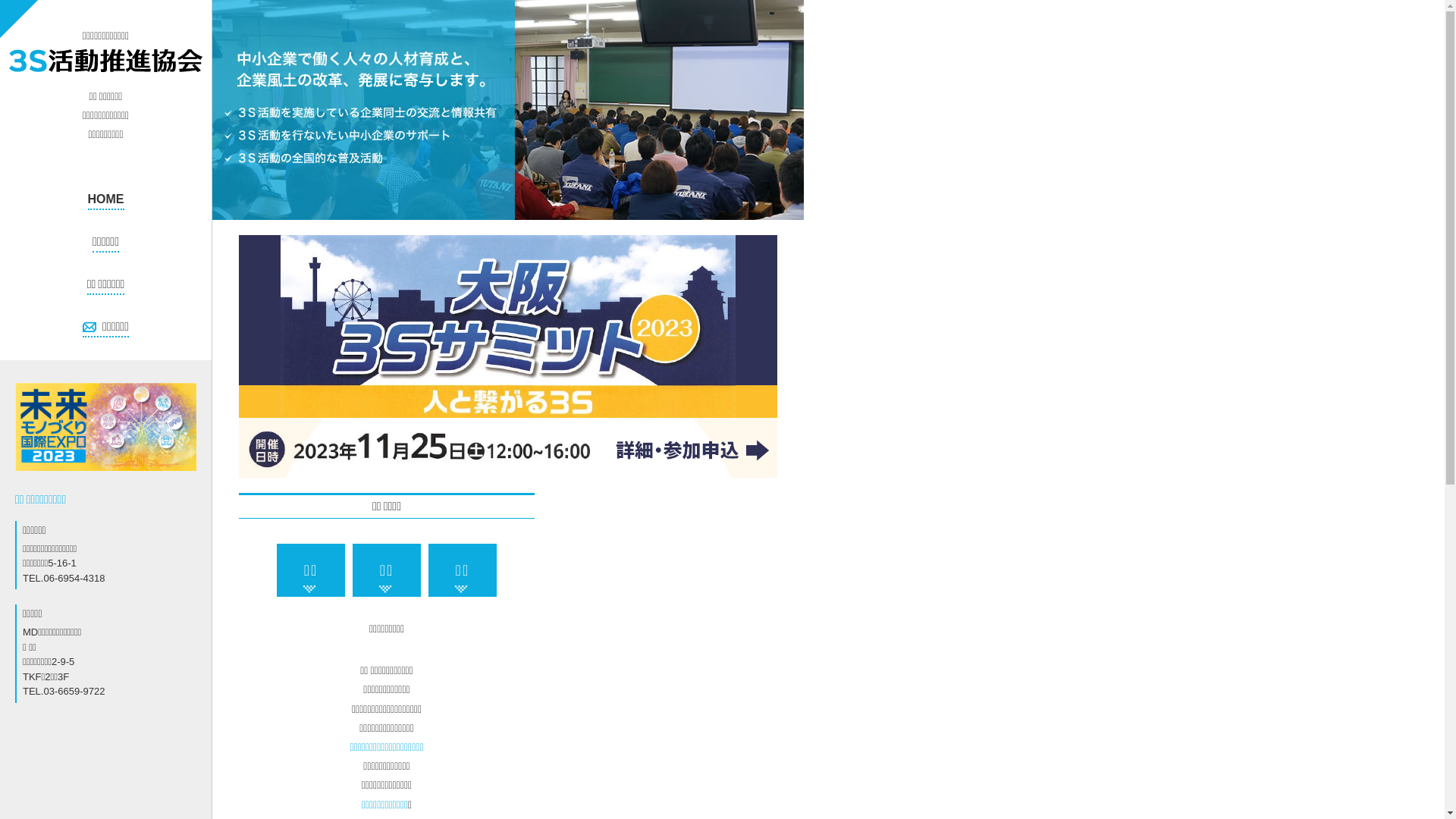  I want to click on 'HOME', so click(105, 199).